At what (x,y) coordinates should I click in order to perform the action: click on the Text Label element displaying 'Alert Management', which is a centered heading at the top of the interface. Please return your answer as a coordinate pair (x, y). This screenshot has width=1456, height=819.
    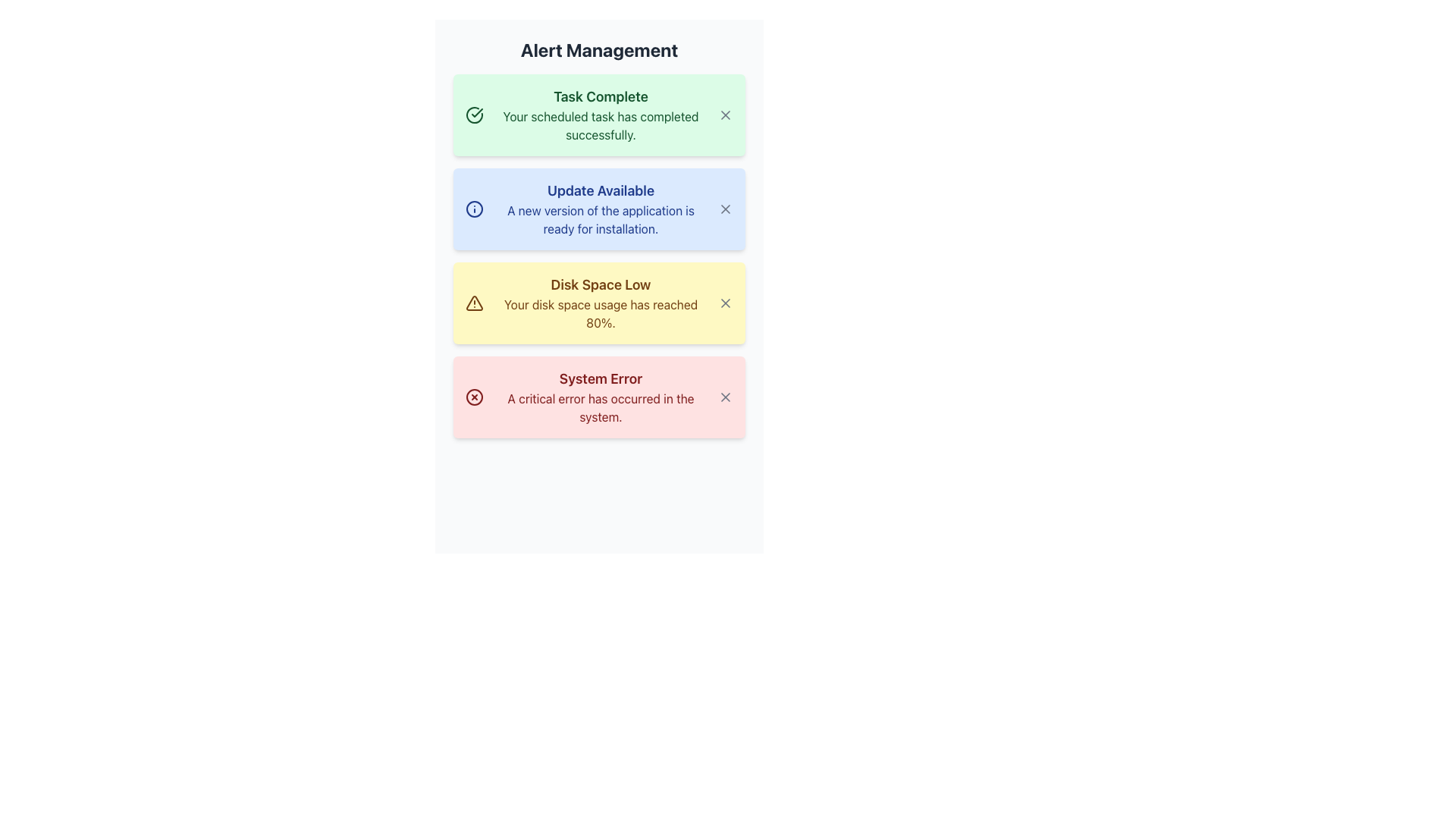
    Looking at the image, I should click on (598, 49).